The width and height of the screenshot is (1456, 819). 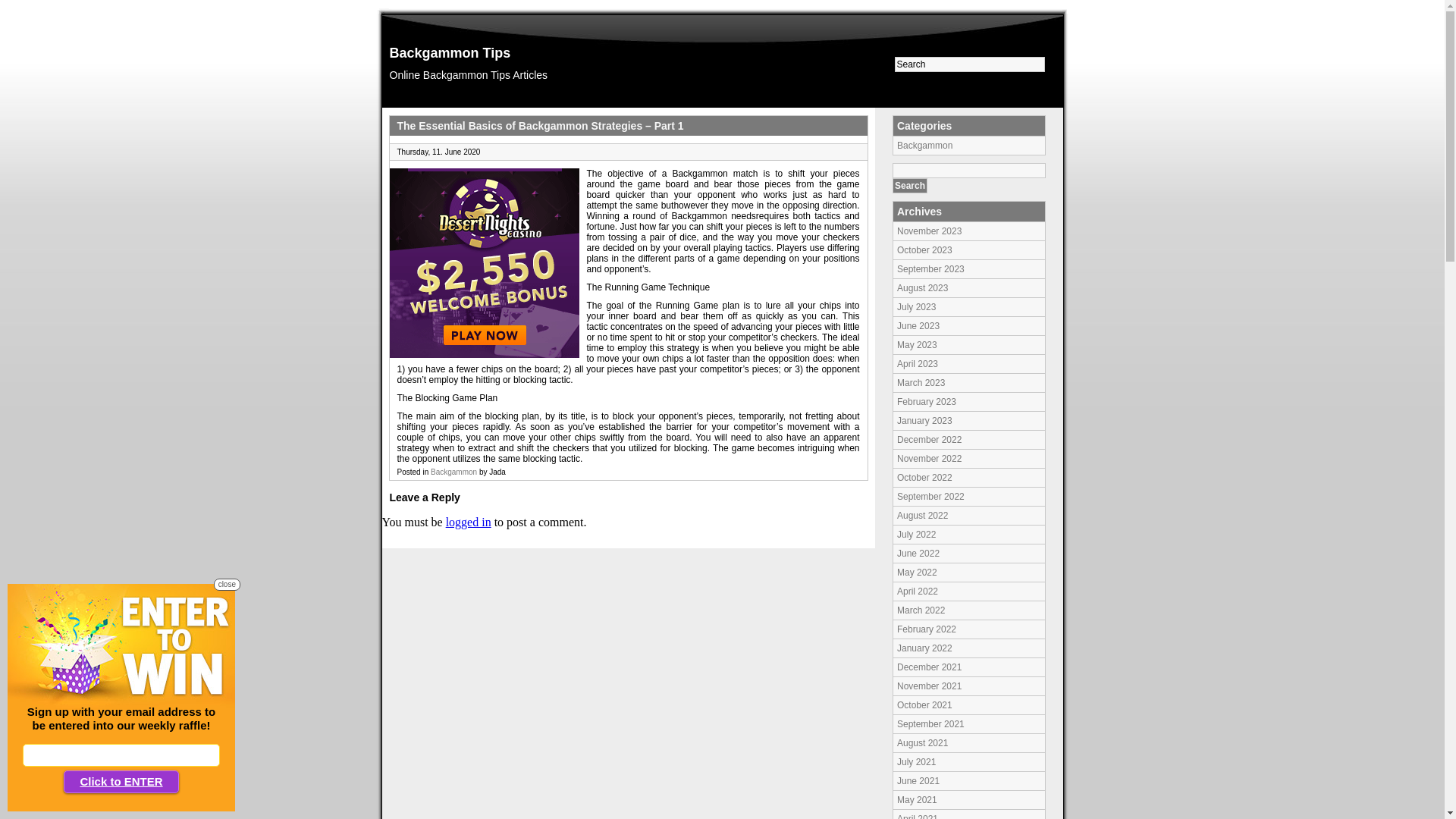 What do you see at coordinates (930, 268) in the screenshot?
I see `'September 2023'` at bounding box center [930, 268].